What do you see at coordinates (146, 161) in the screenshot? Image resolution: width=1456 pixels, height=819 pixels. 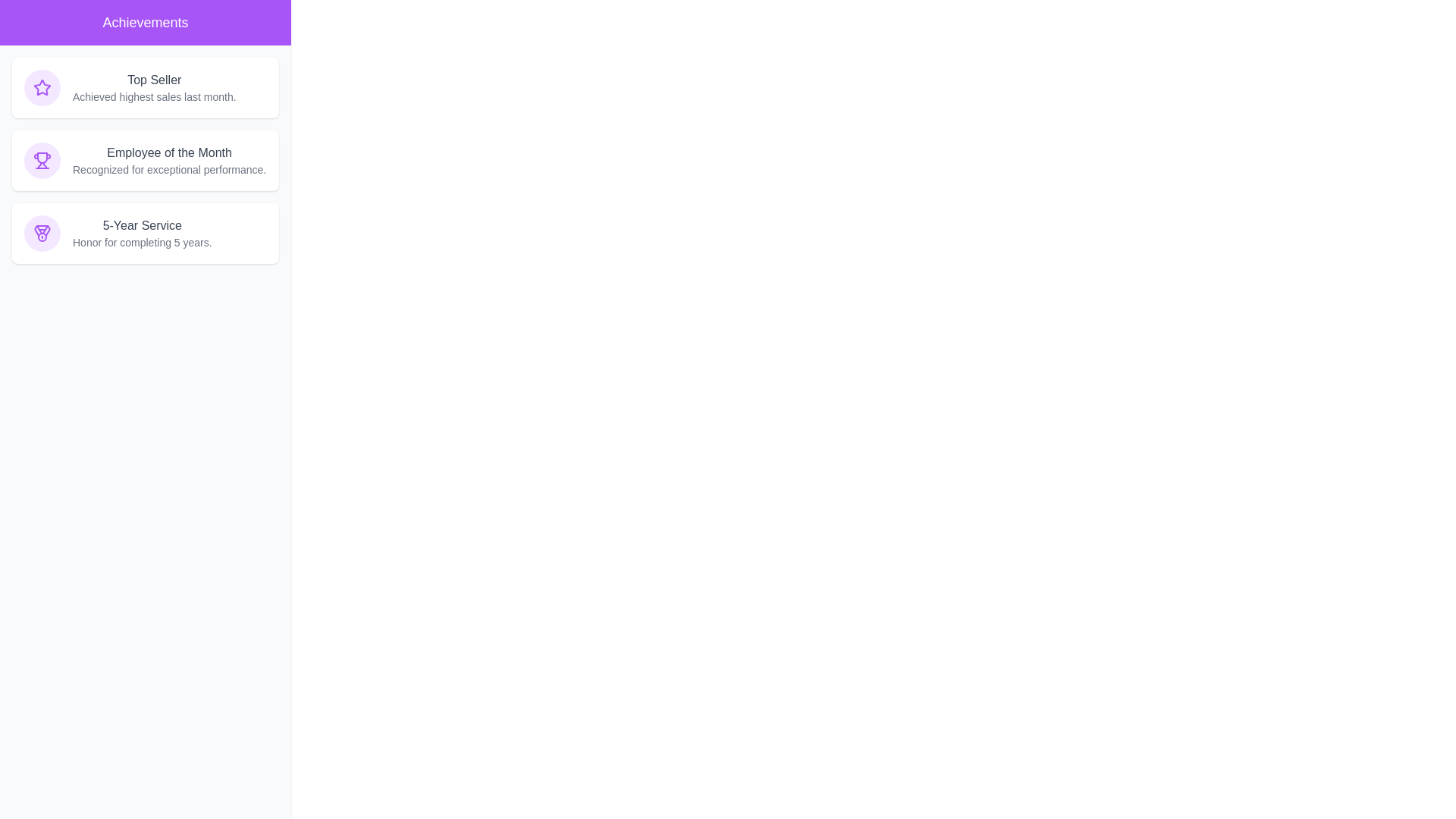 I see `the achievement Employee of the Month from the list` at bounding box center [146, 161].